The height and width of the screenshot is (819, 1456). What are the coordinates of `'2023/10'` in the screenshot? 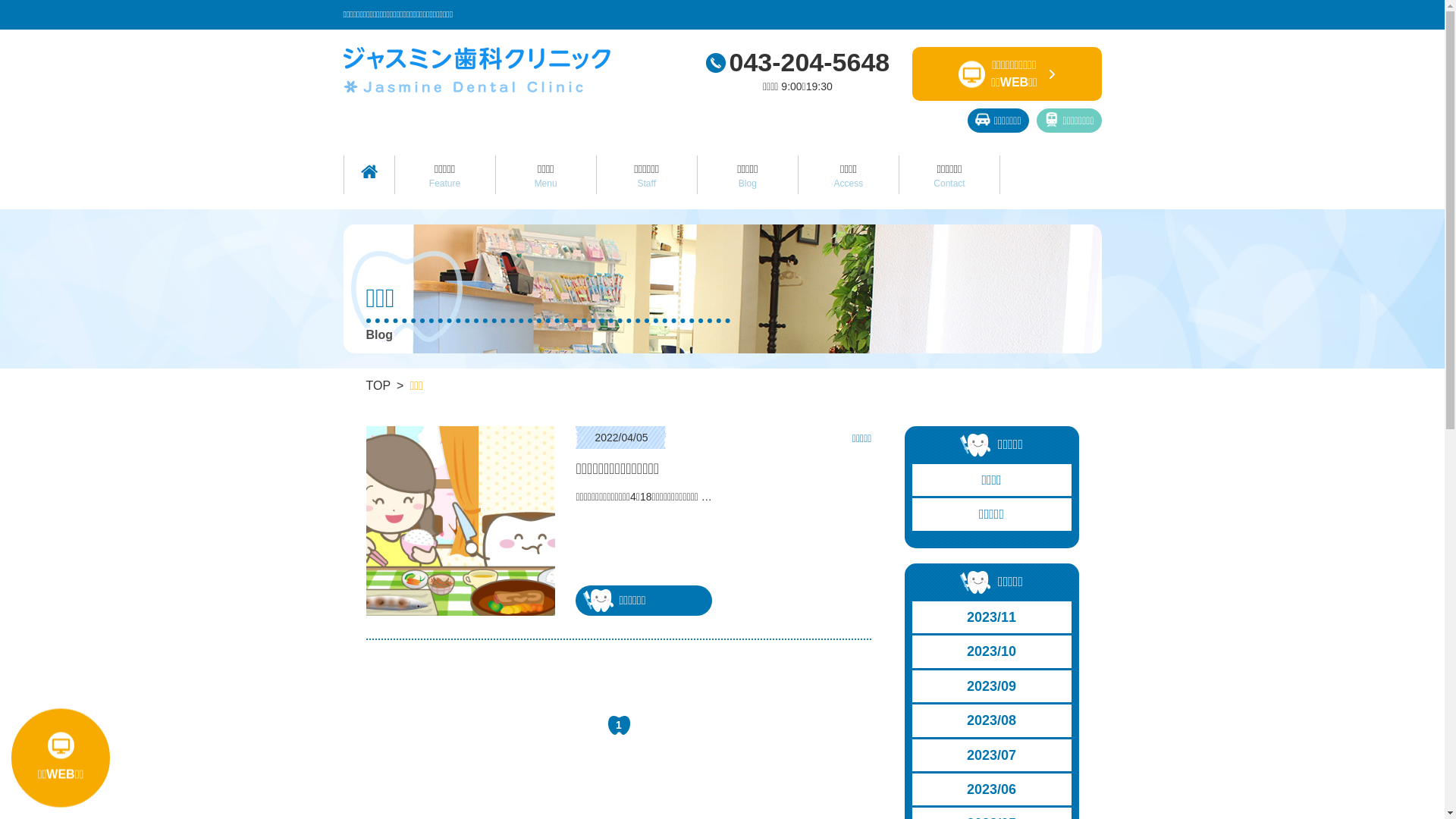 It's located at (992, 651).